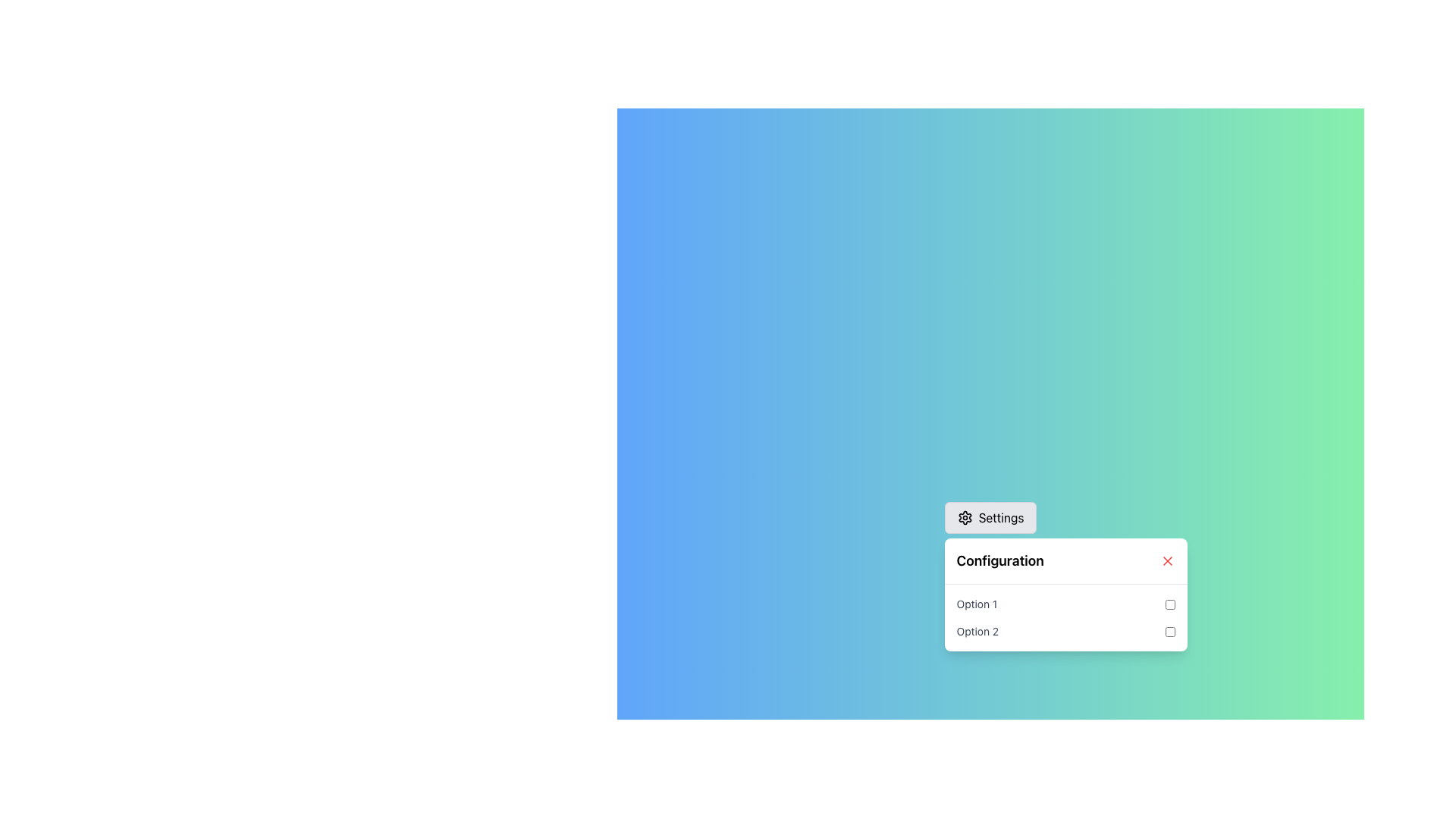  What do you see at coordinates (1166, 561) in the screenshot?
I see `the distinct red 'X' icon located in the top-right corner of the 'Configuration' section` at bounding box center [1166, 561].